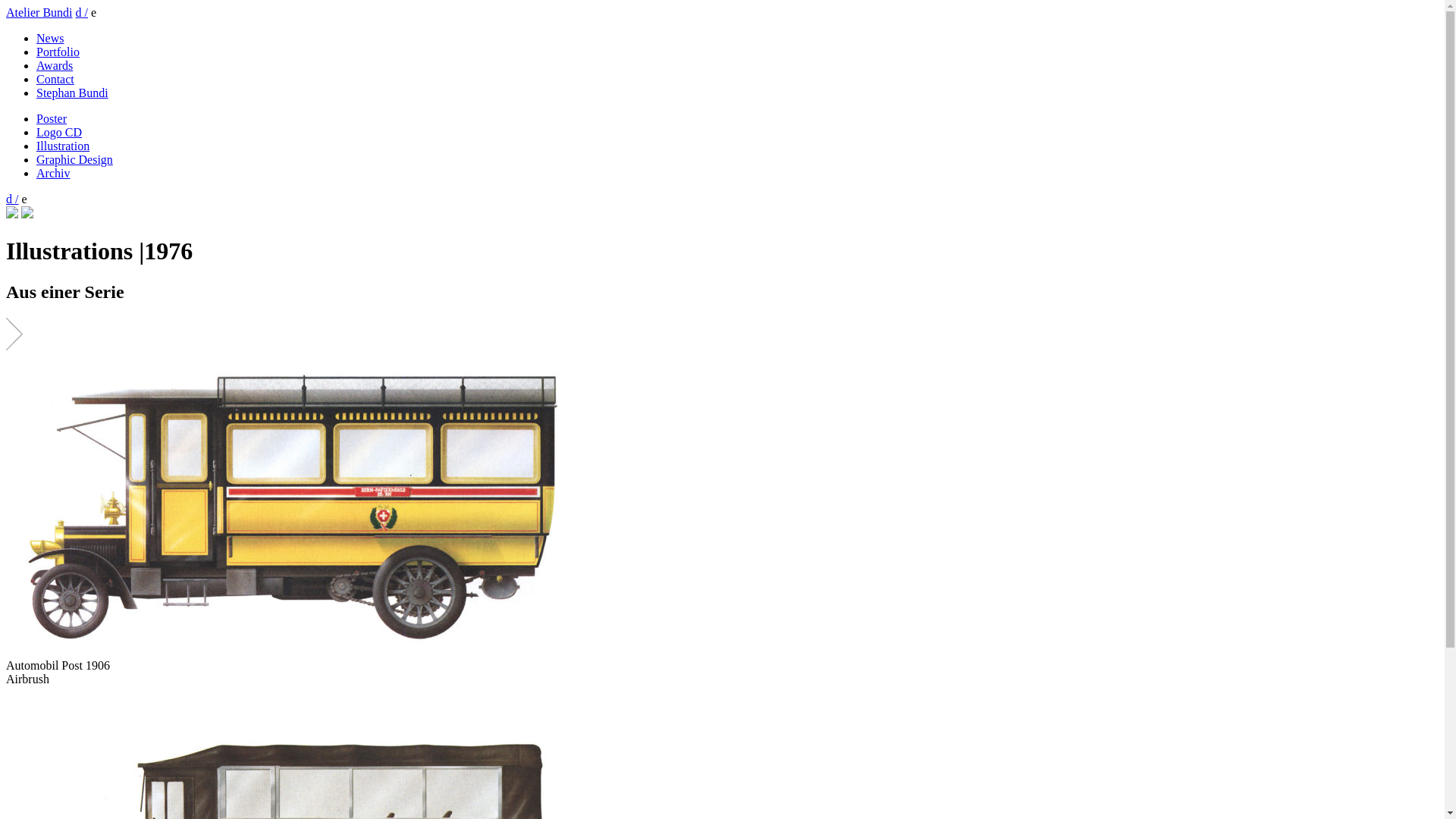  What do you see at coordinates (58, 131) in the screenshot?
I see `'Logo CD'` at bounding box center [58, 131].